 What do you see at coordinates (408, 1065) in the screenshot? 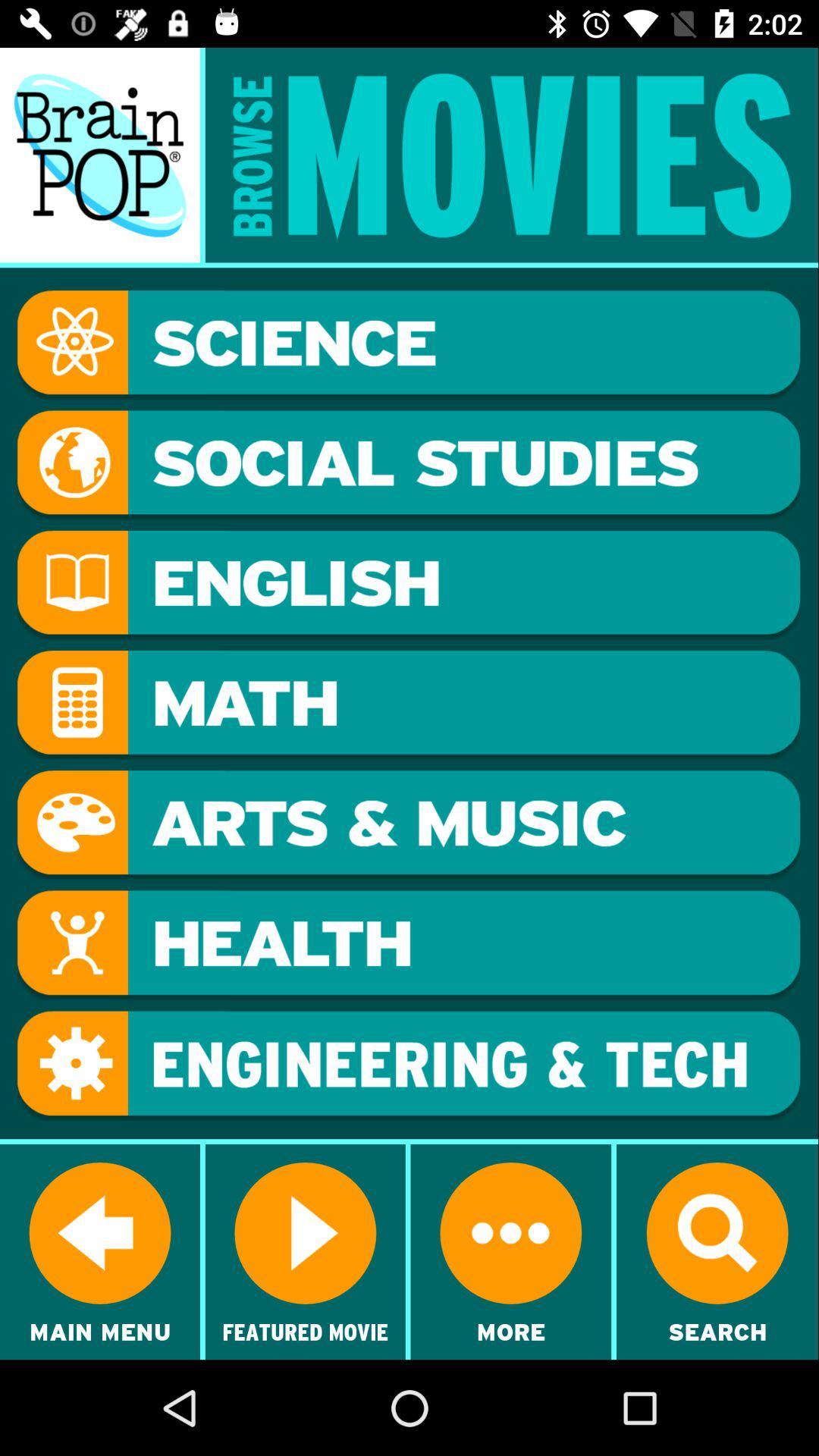
I see `a flashing bar to select movie catagory` at bounding box center [408, 1065].